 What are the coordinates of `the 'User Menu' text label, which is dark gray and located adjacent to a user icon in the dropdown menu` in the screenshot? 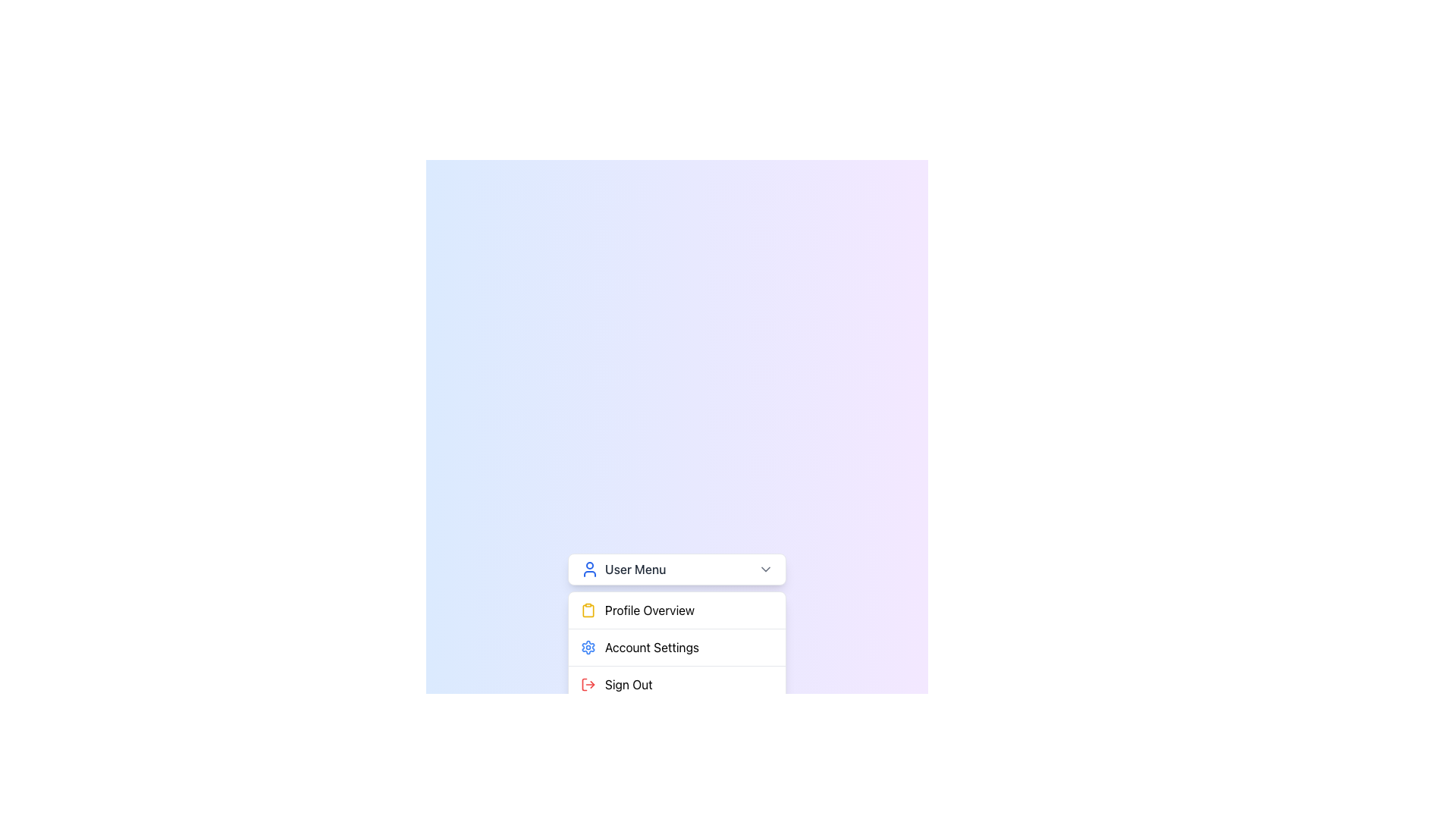 It's located at (623, 570).